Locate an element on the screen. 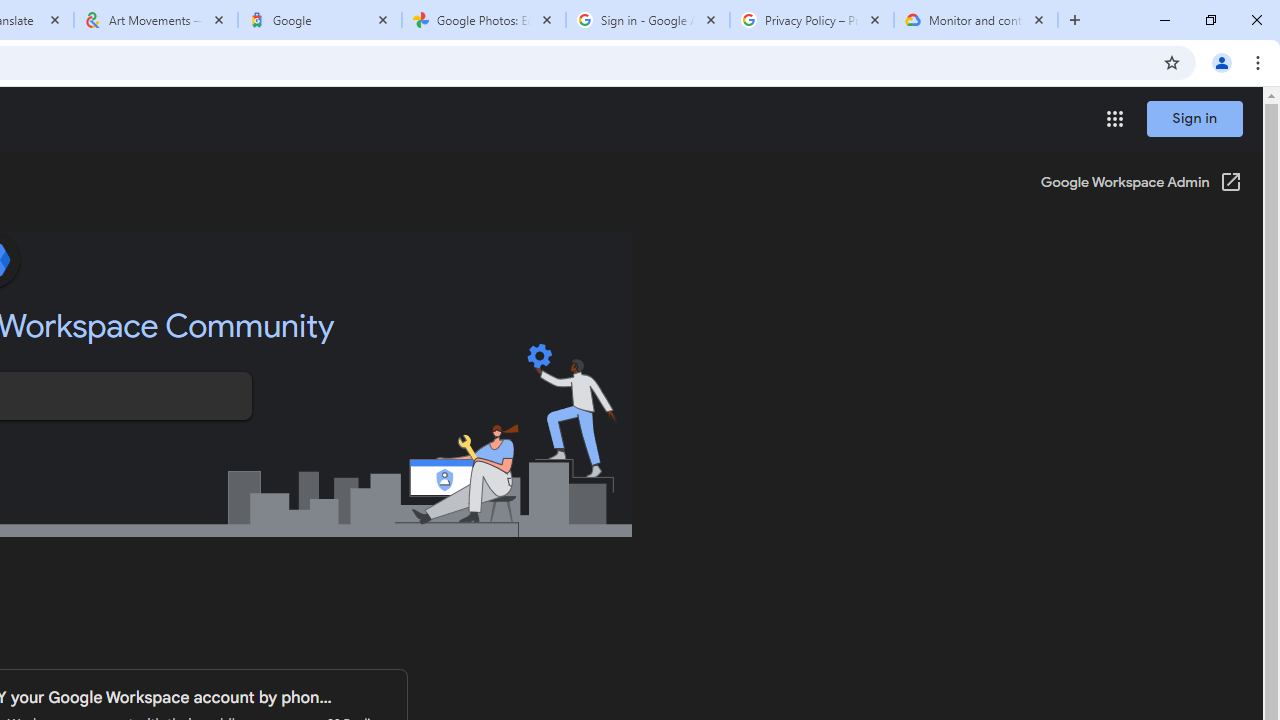 The width and height of the screenshot is (1280, 720). 'Chrome' is located at coordinates (1259, 61).